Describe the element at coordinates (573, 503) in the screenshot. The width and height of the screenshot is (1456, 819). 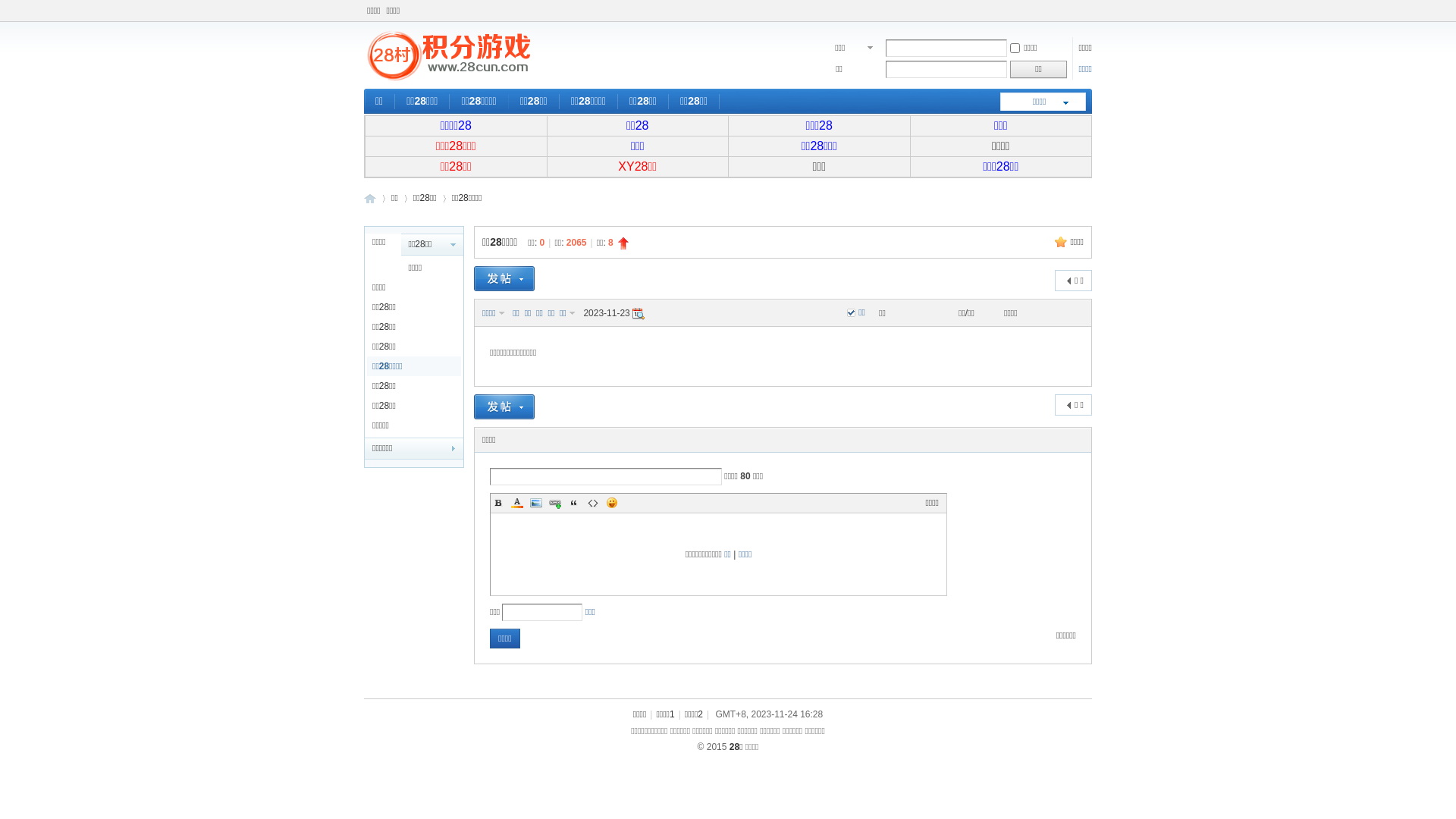
I see `'Quote'` at that location.